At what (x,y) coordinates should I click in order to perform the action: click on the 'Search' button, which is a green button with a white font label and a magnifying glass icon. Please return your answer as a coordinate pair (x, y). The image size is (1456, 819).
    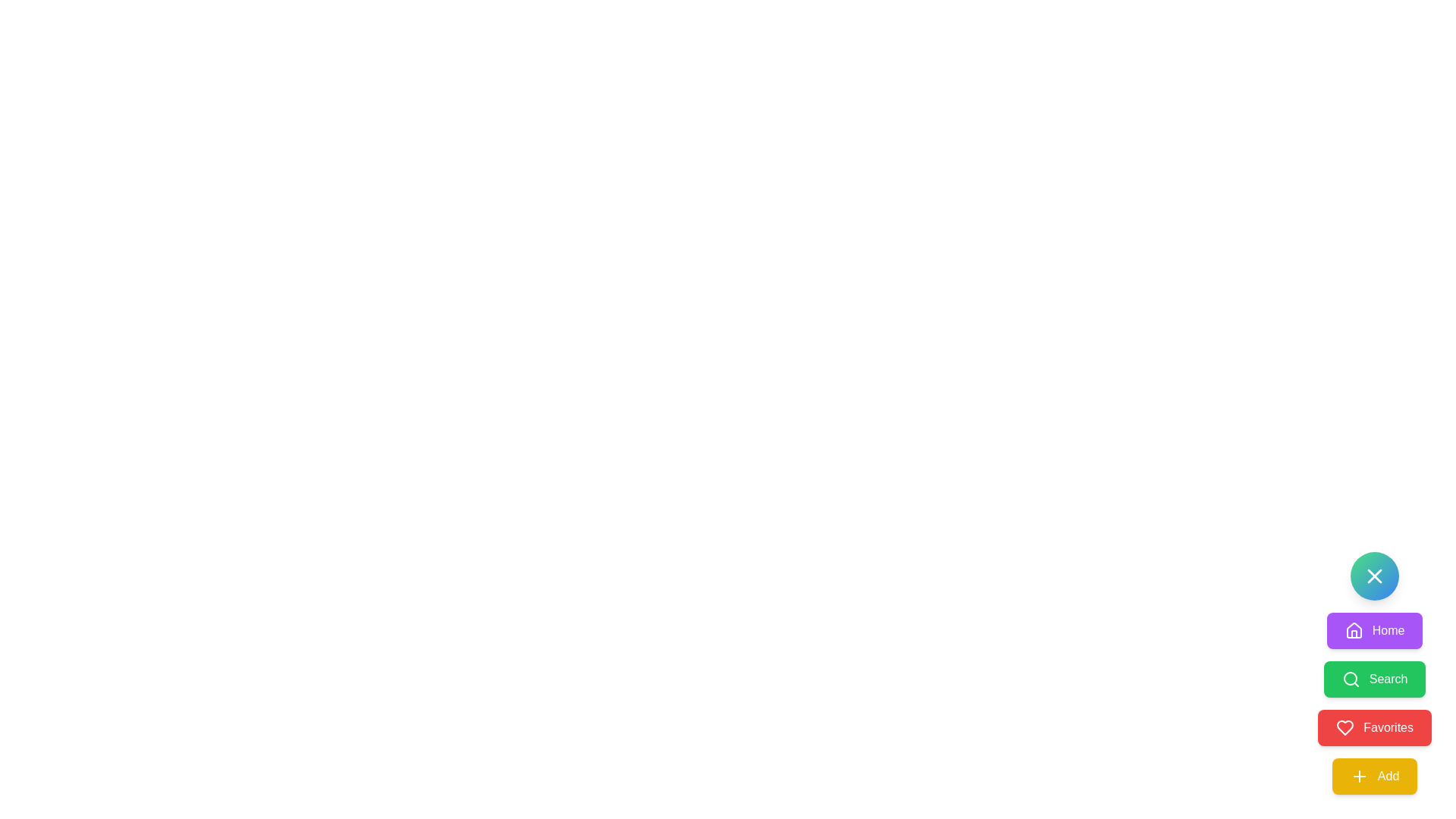
    Looking at the image, I should click on (1375, 672).